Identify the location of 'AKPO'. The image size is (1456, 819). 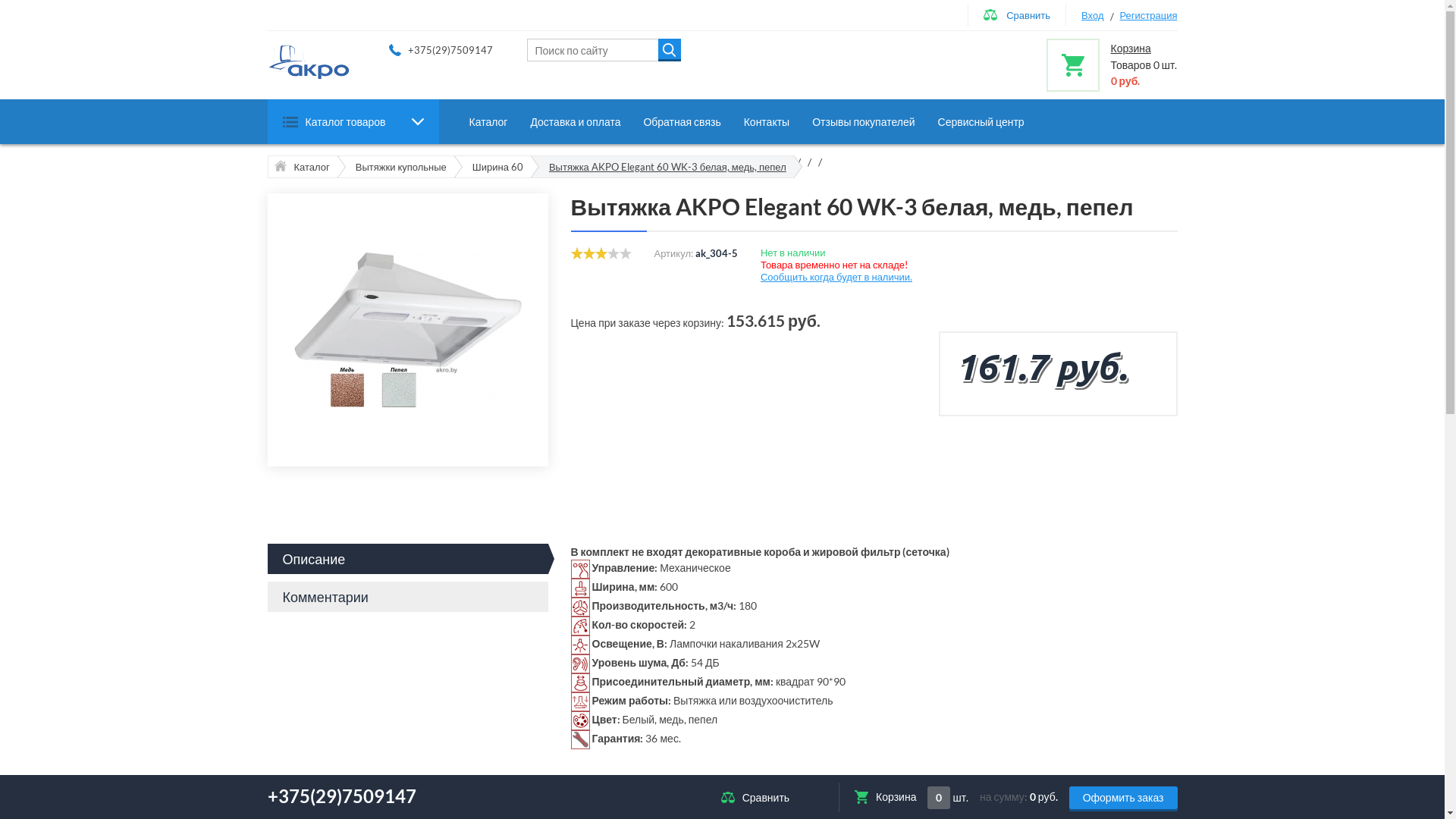
(308, 61).